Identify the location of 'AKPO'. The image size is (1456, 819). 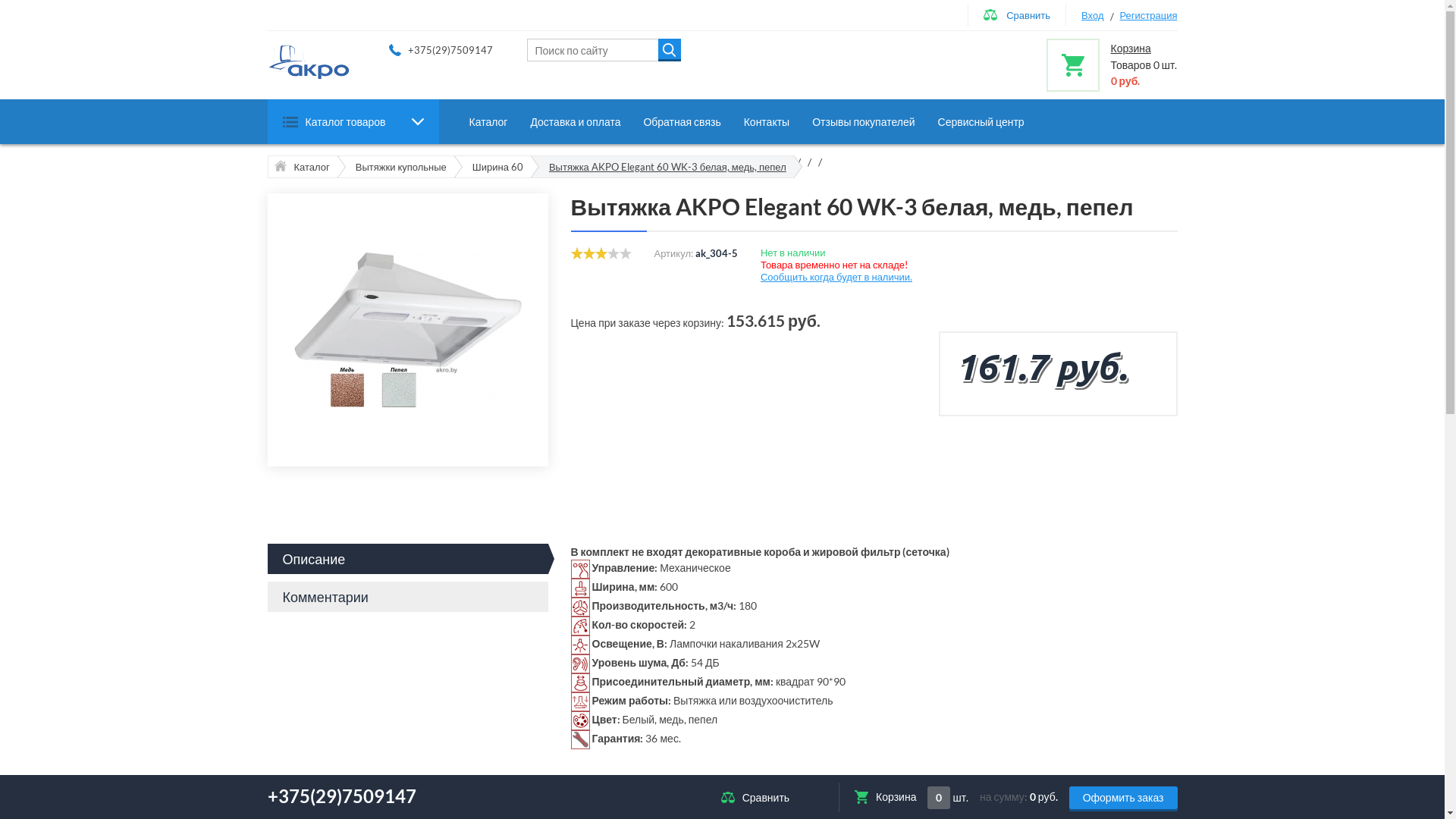
(308, 61).